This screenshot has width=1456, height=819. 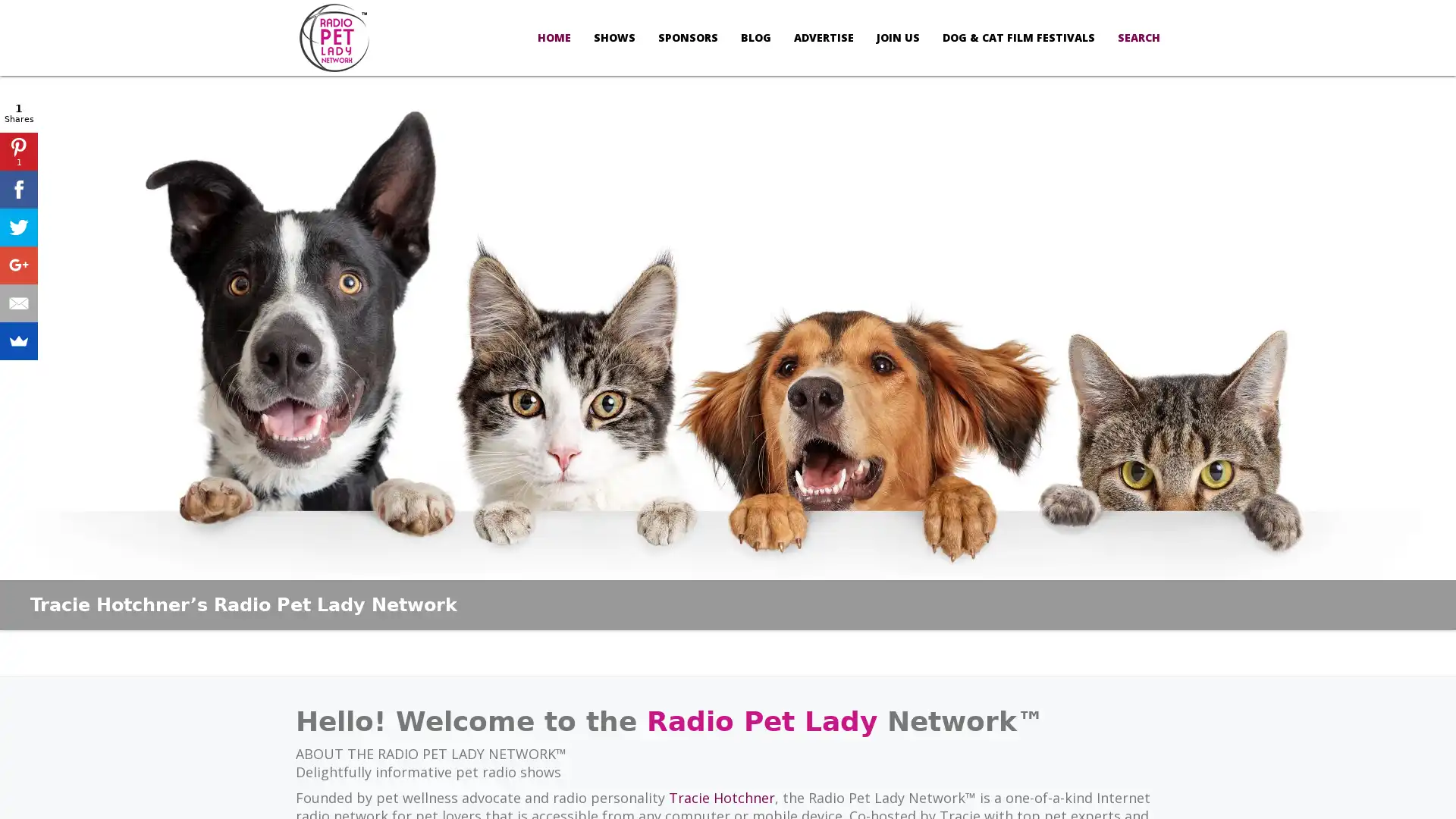 I want to click on Sign Up, so click(x=706, y=497).